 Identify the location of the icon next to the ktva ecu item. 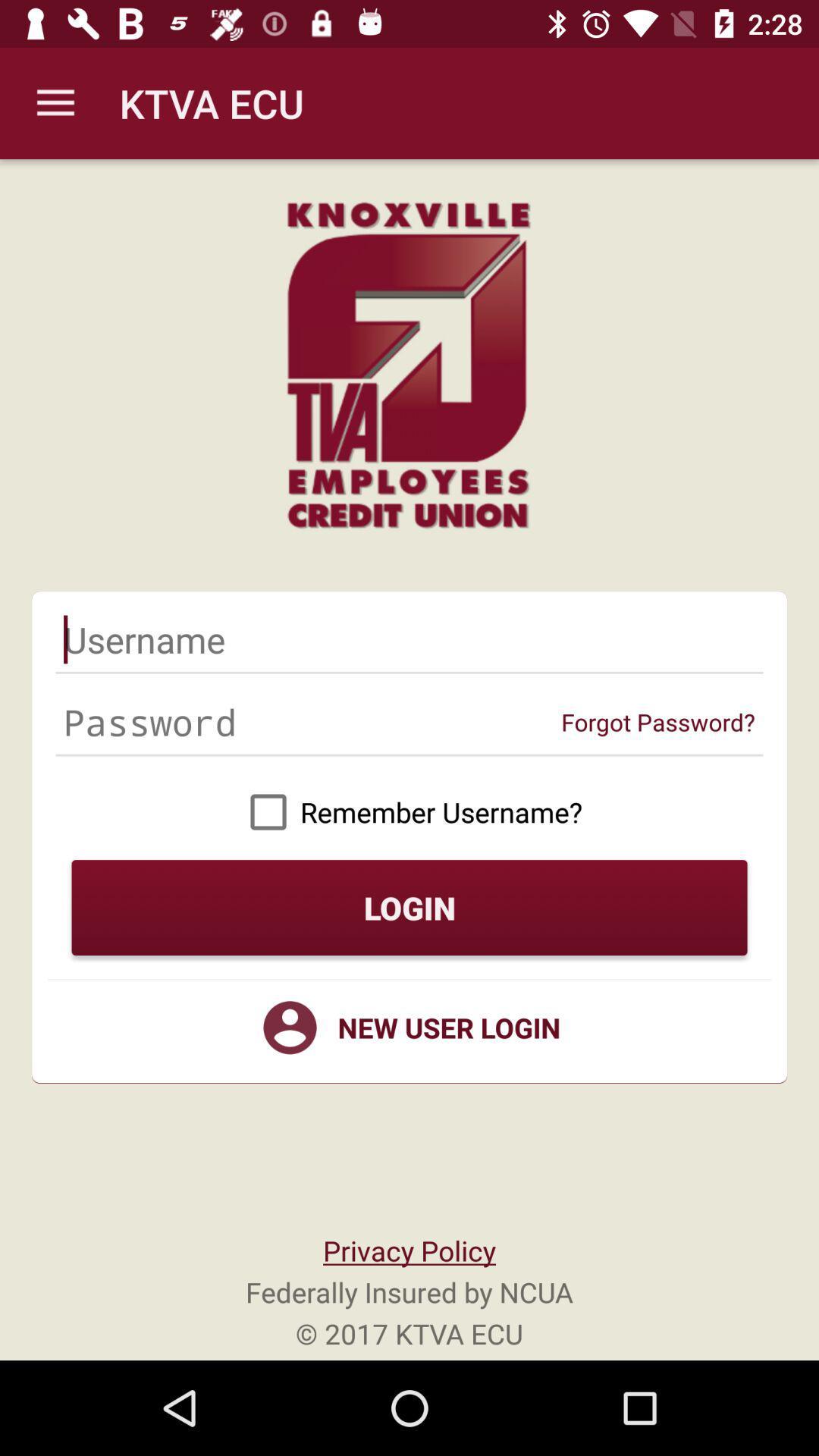
(55, 102).